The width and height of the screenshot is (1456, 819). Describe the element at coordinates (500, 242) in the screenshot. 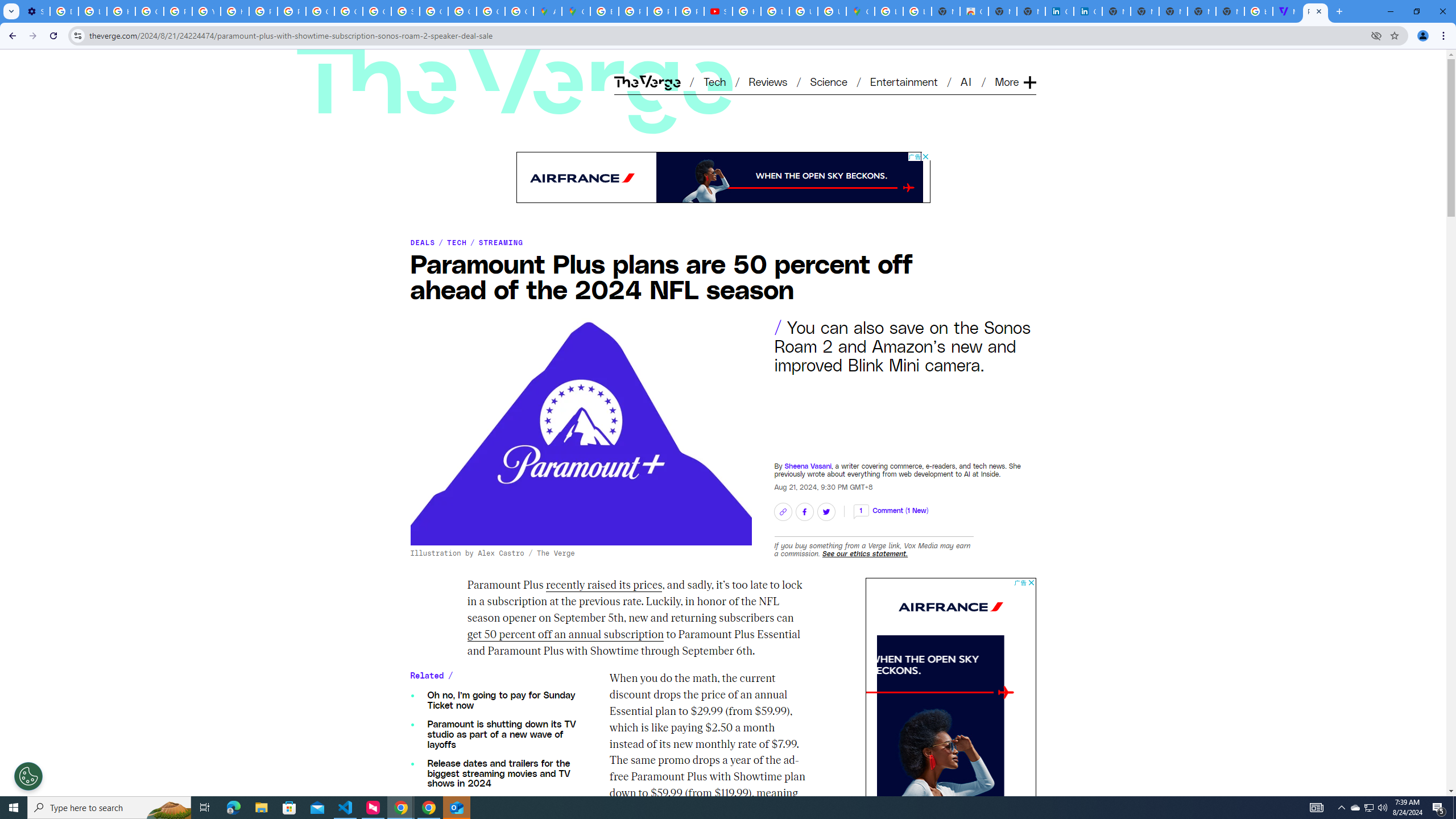

I see `'STREAMING'` at that location.